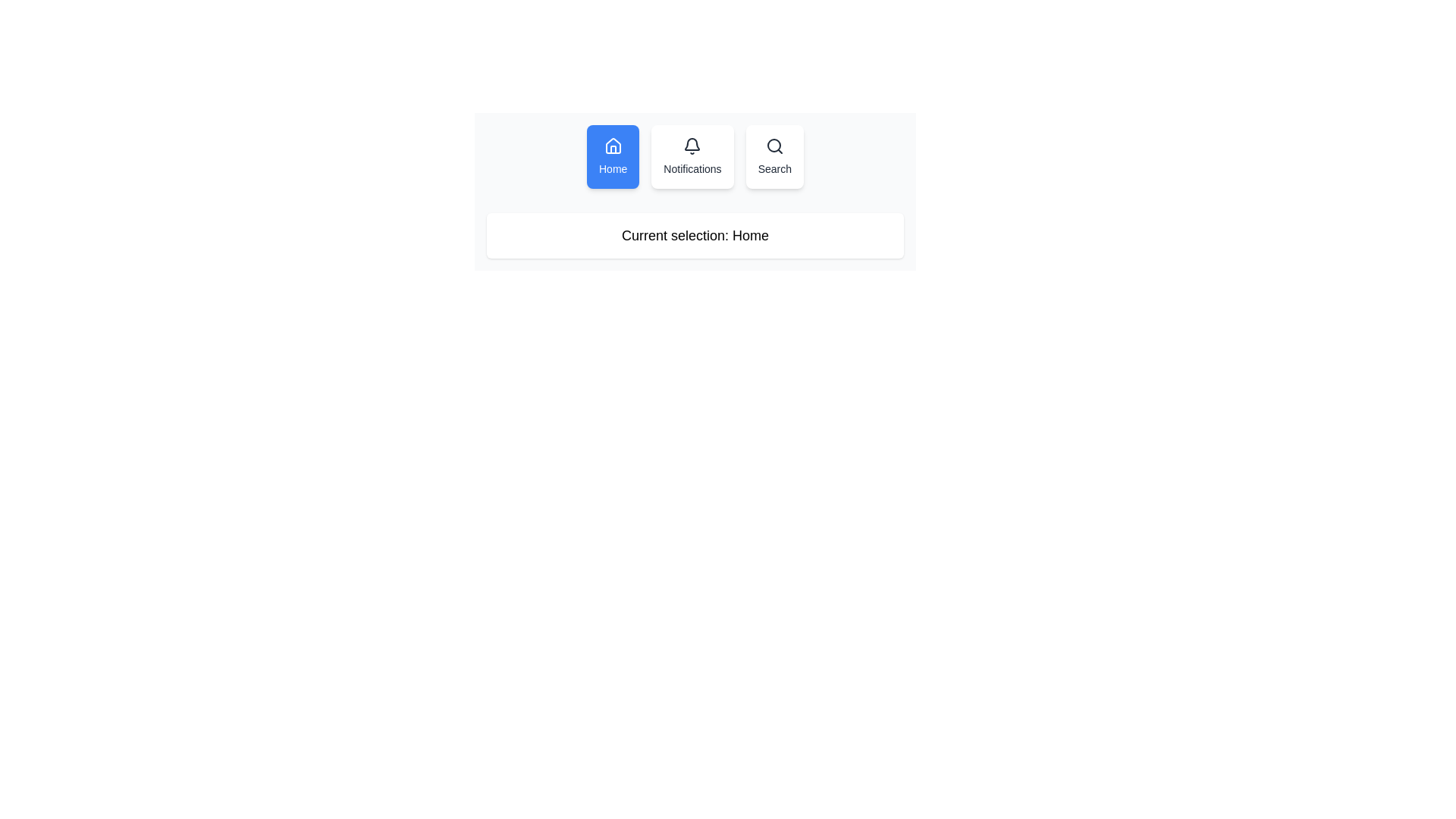 This screenshot has width=1456, height=819. I want to click on the Text label that displays 'Home', which is positioned below a house icon and centered horizontally under it, so click(613, 169).